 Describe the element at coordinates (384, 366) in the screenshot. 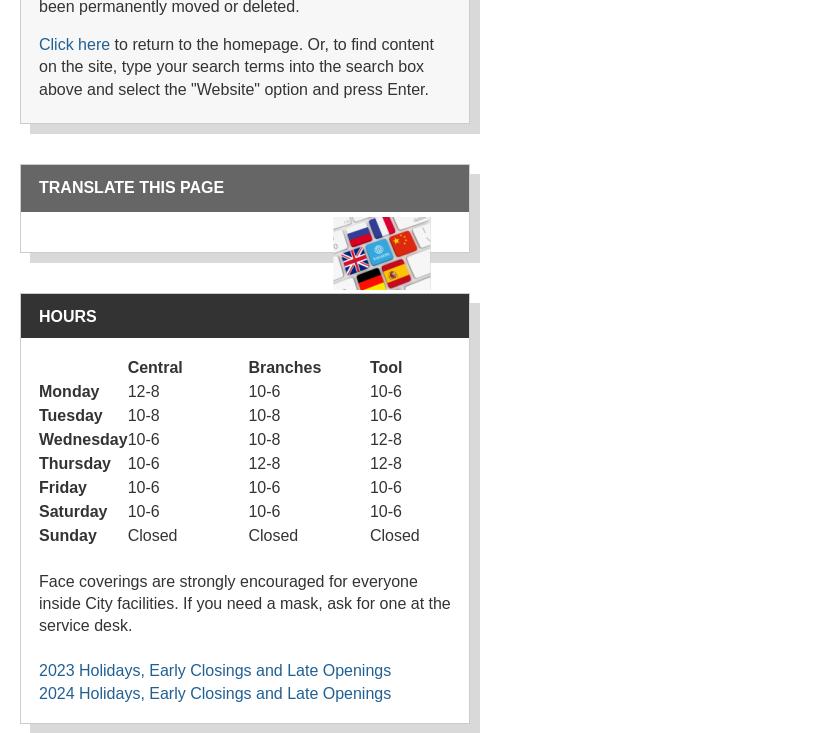

I see `'Tool'` at that location.